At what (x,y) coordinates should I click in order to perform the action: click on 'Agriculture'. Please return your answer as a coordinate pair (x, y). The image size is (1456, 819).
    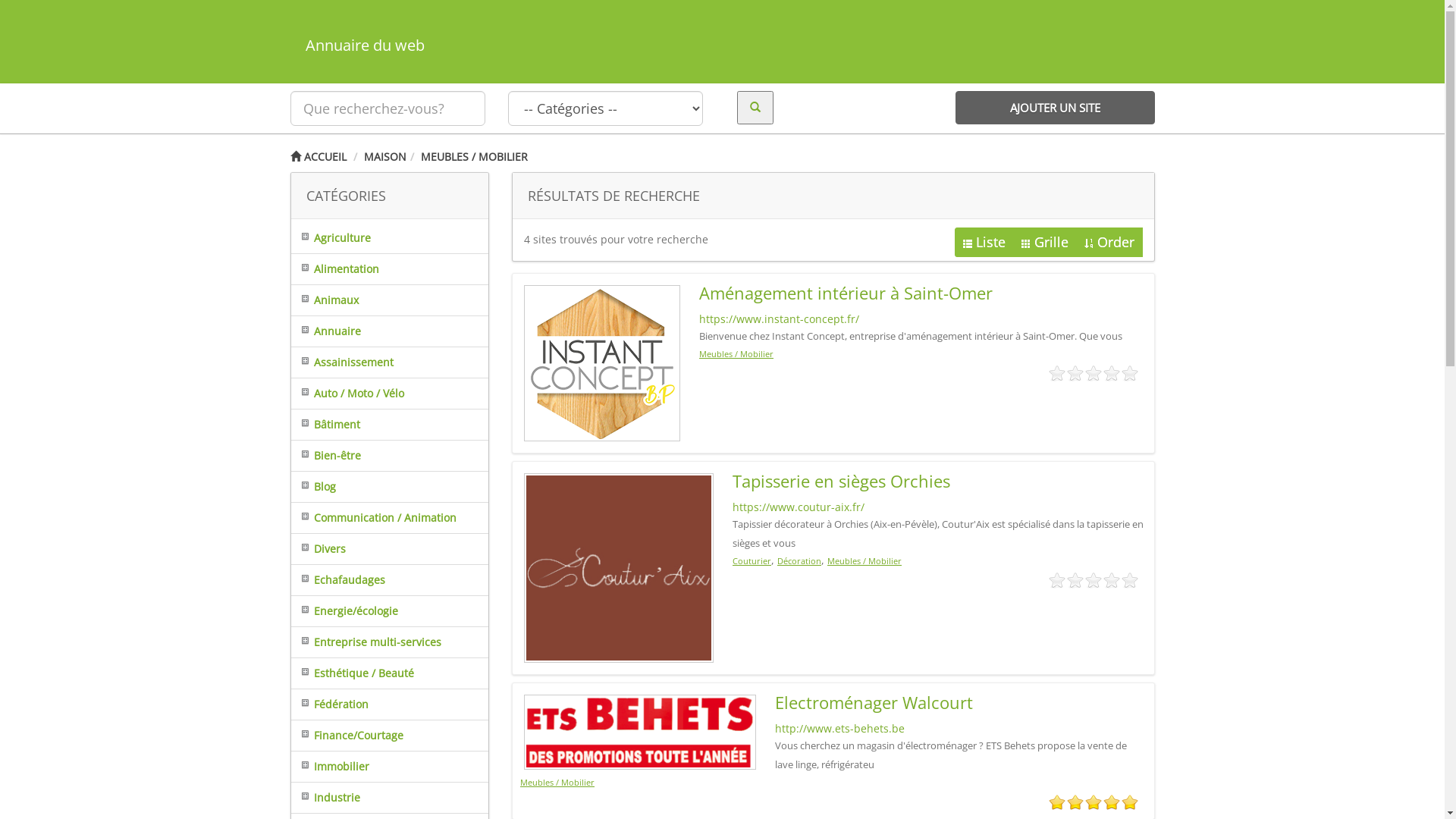
    Looking at the image, I should click on (330, 237).